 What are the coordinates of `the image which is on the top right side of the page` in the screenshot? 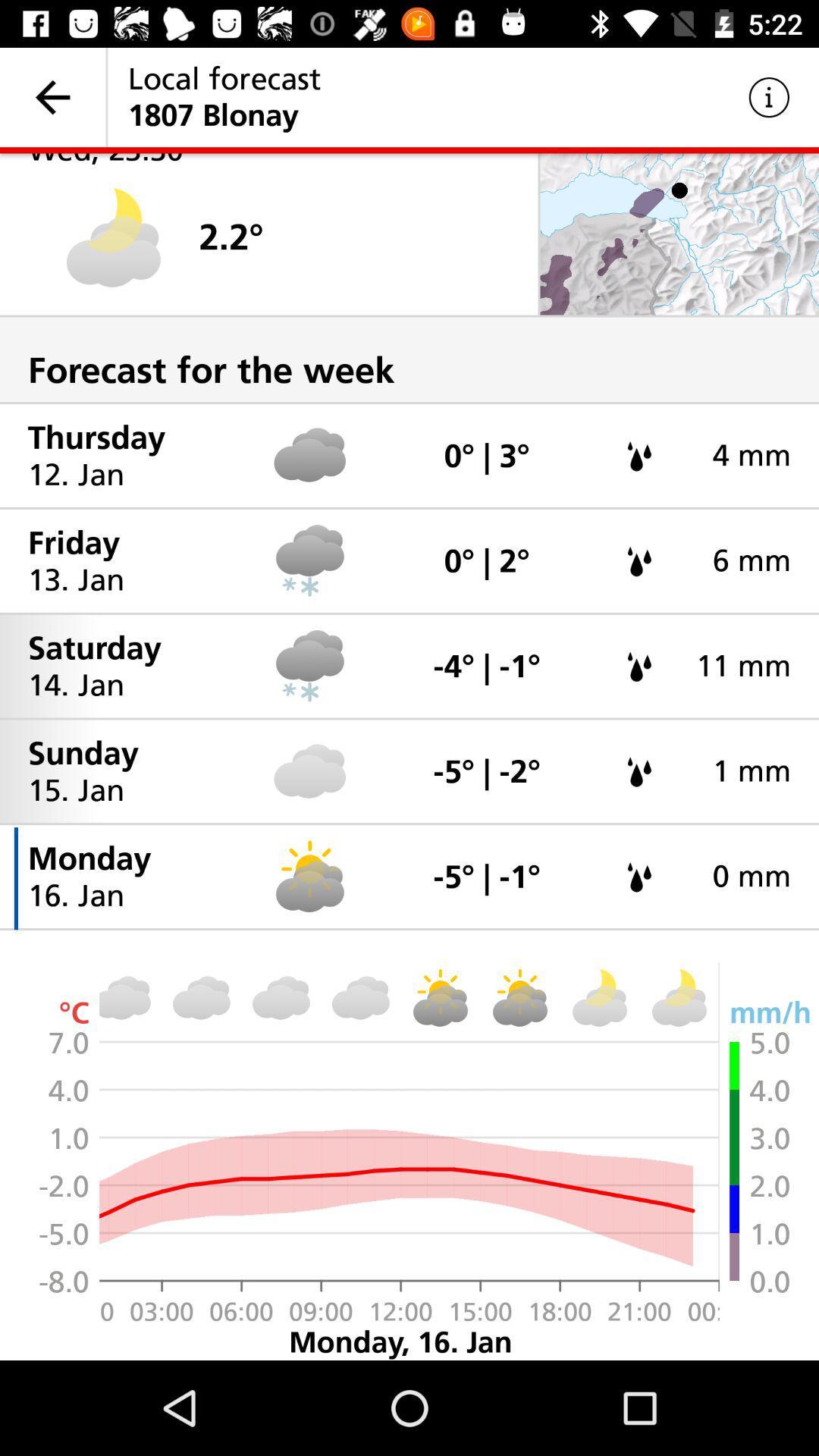 It's located at (679, 234).